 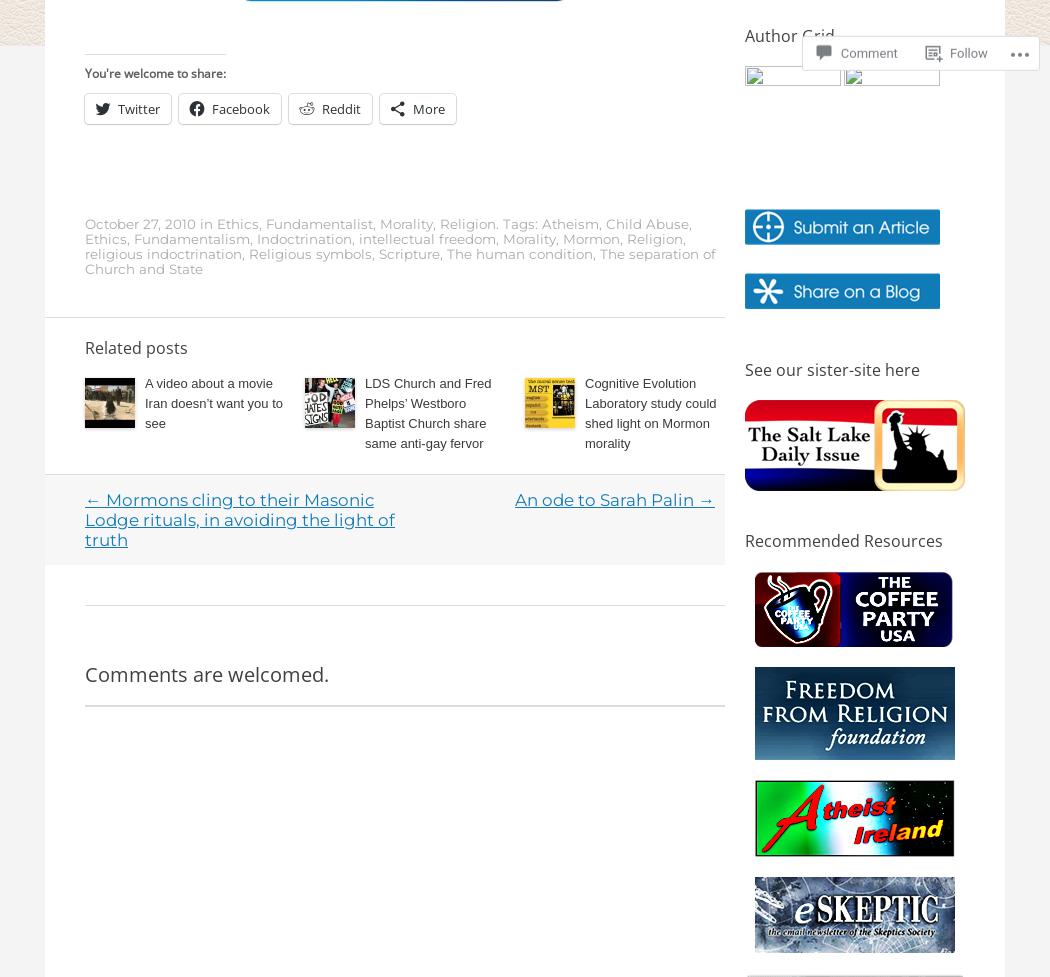 I want to click on 'Child Abuse', so click(x=646, y=223).